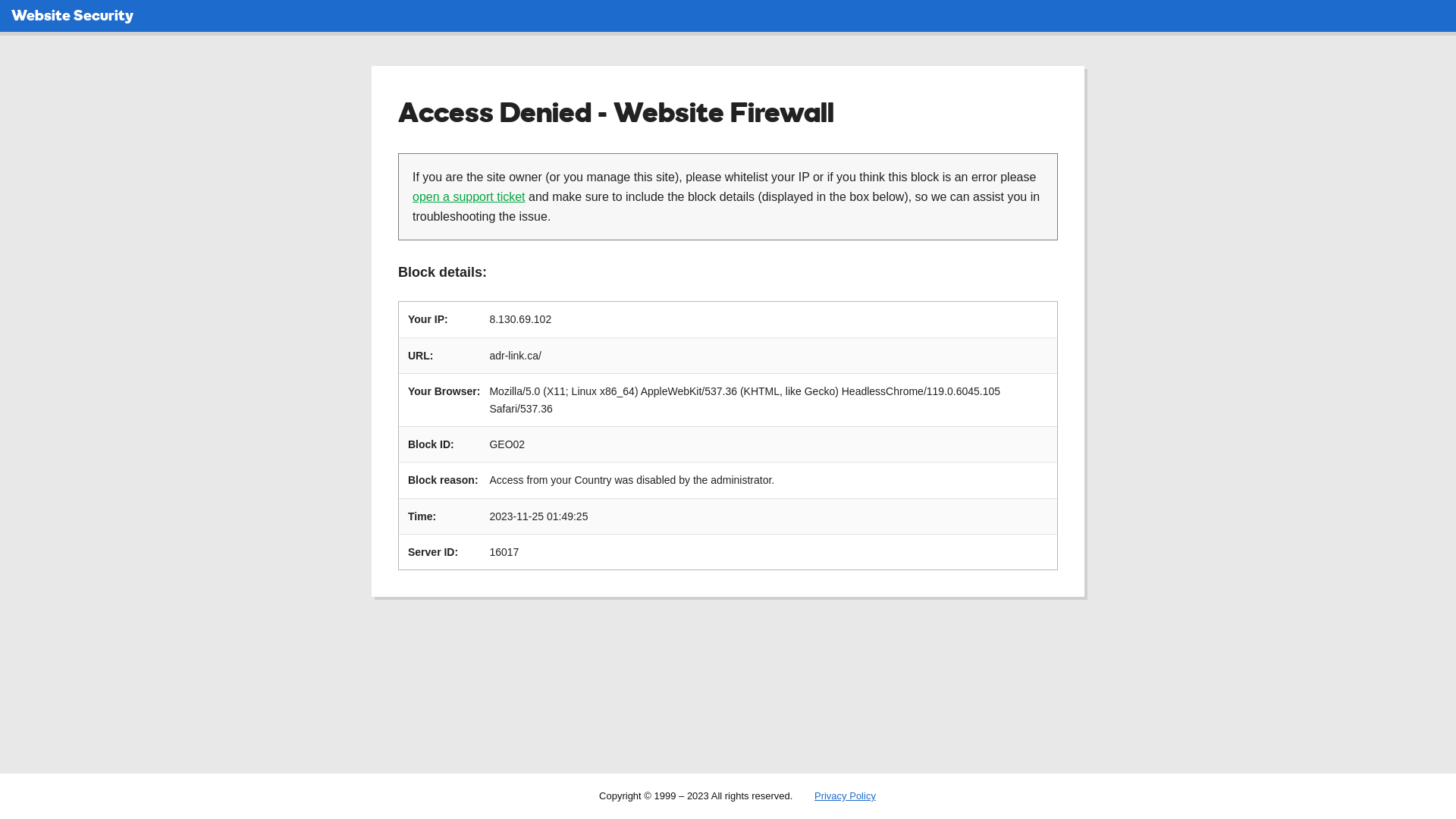  Describe the element at coordinates (844, 795) in the screenshot. I see `'Privacy Policy'` at that location.